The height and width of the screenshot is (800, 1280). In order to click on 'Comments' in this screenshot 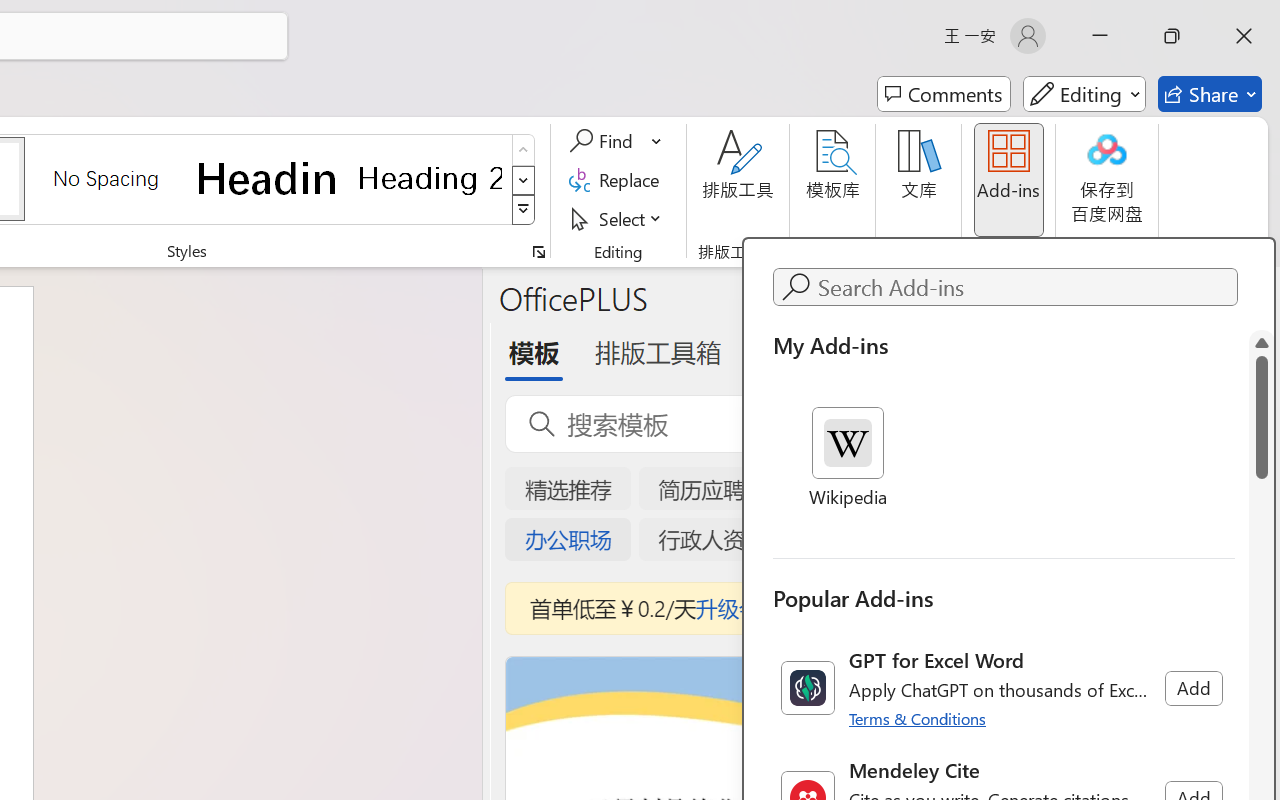, I will do `click(943, 94)`.